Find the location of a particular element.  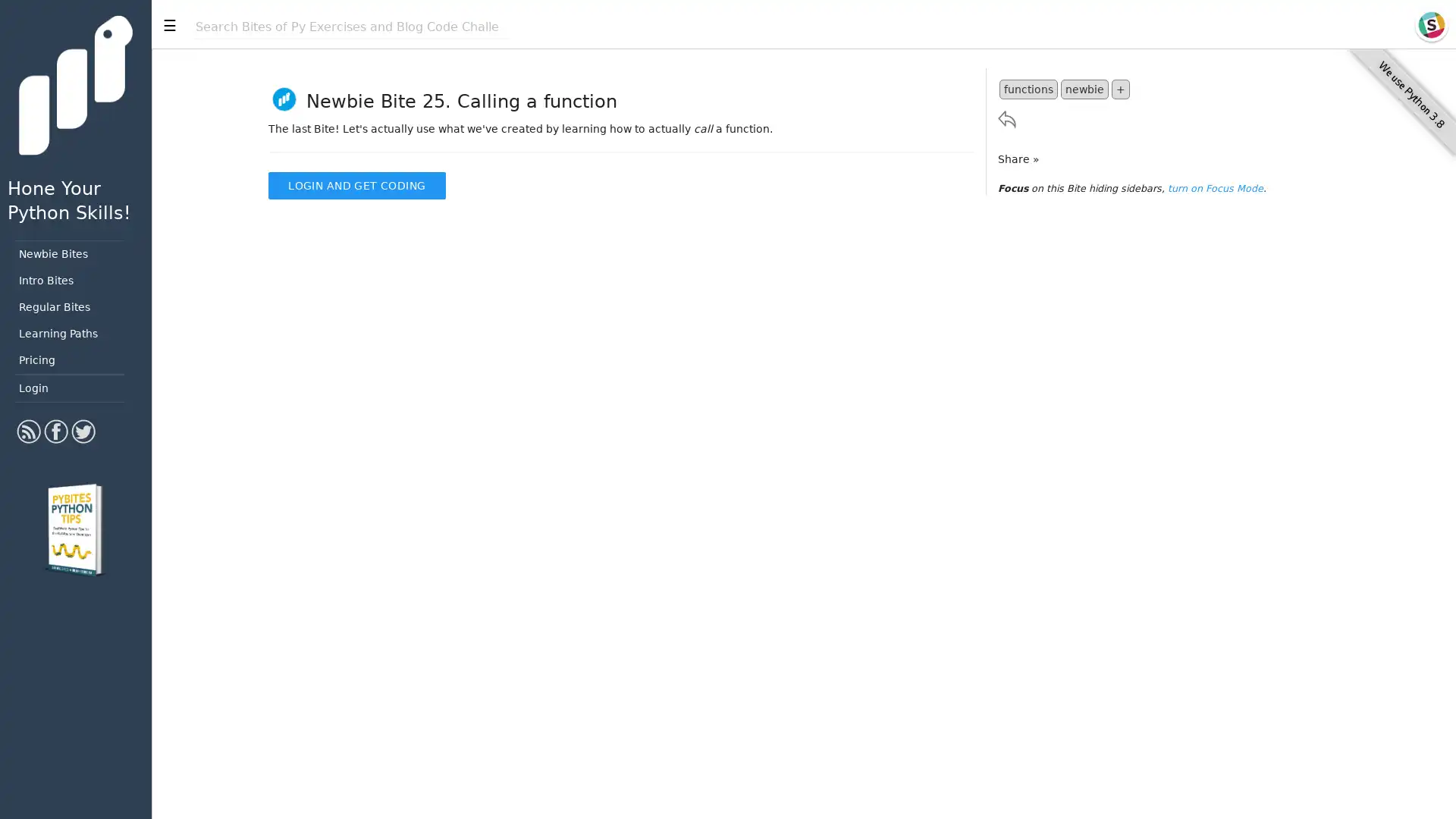

Slack icon is located at coordinates (1430, 25).